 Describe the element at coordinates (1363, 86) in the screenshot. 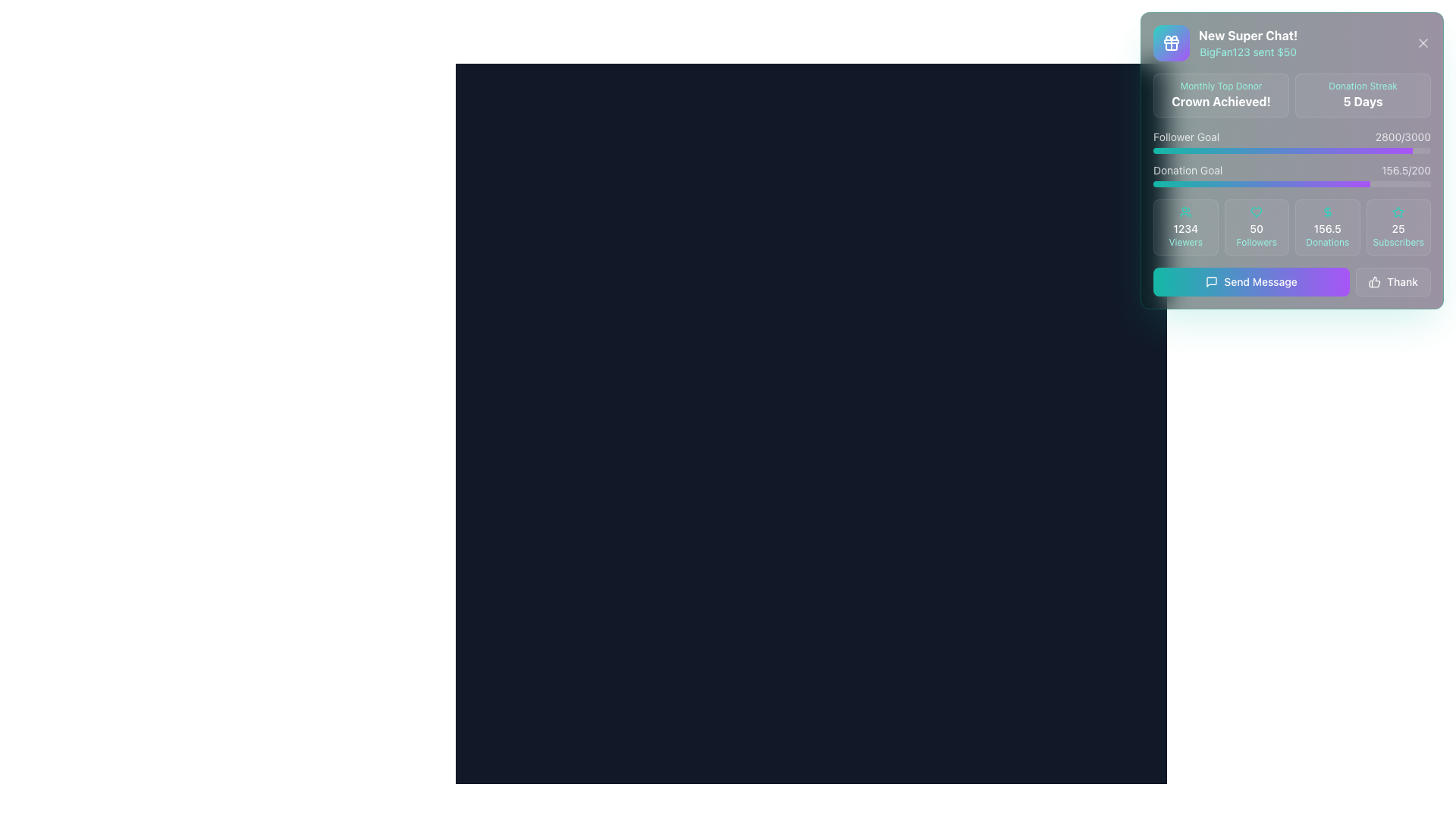

I see `the static text label that describes the nature of the consecutive days or counts related to donations, positioned above the '5 Days' text` at that location.